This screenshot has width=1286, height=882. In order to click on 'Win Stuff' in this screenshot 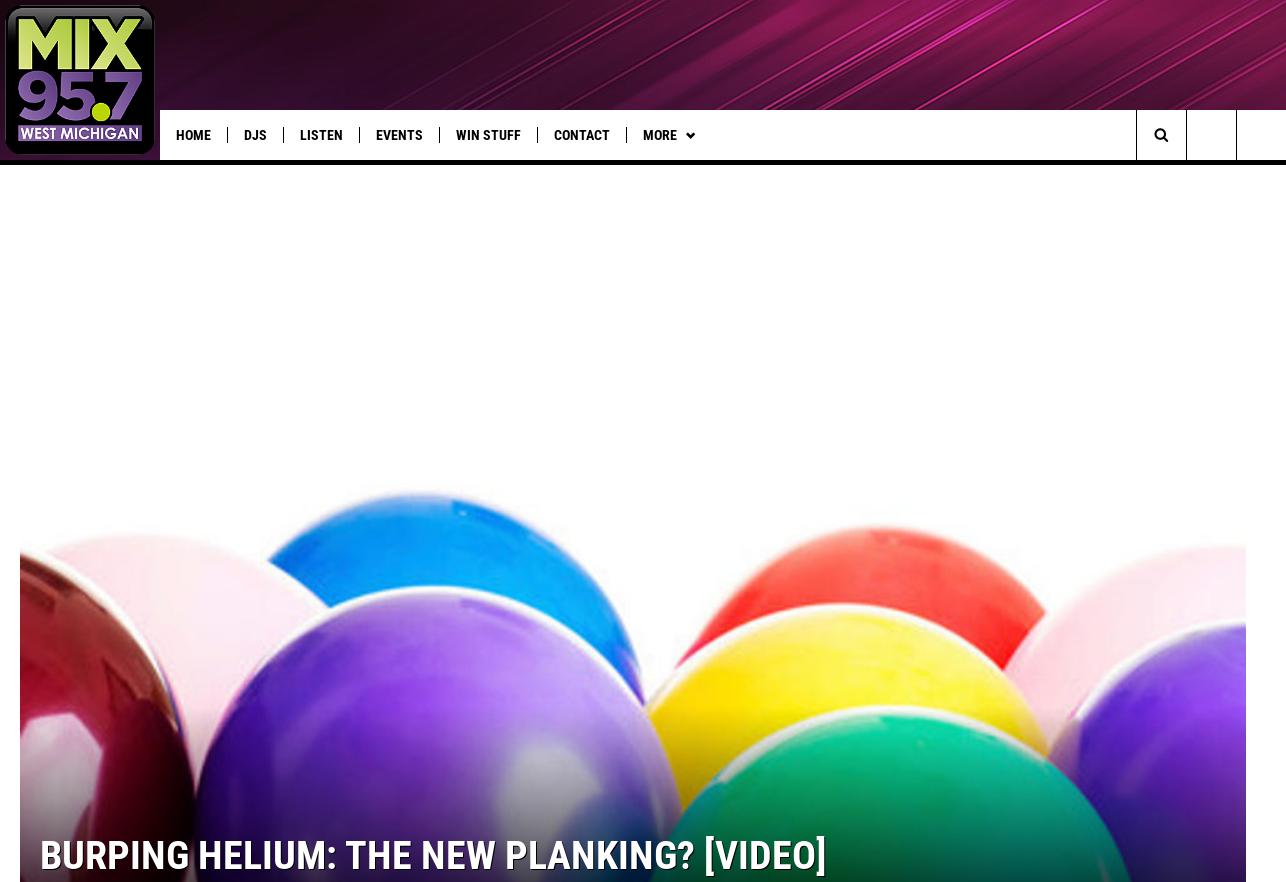, I will do `click(455, 135)`.